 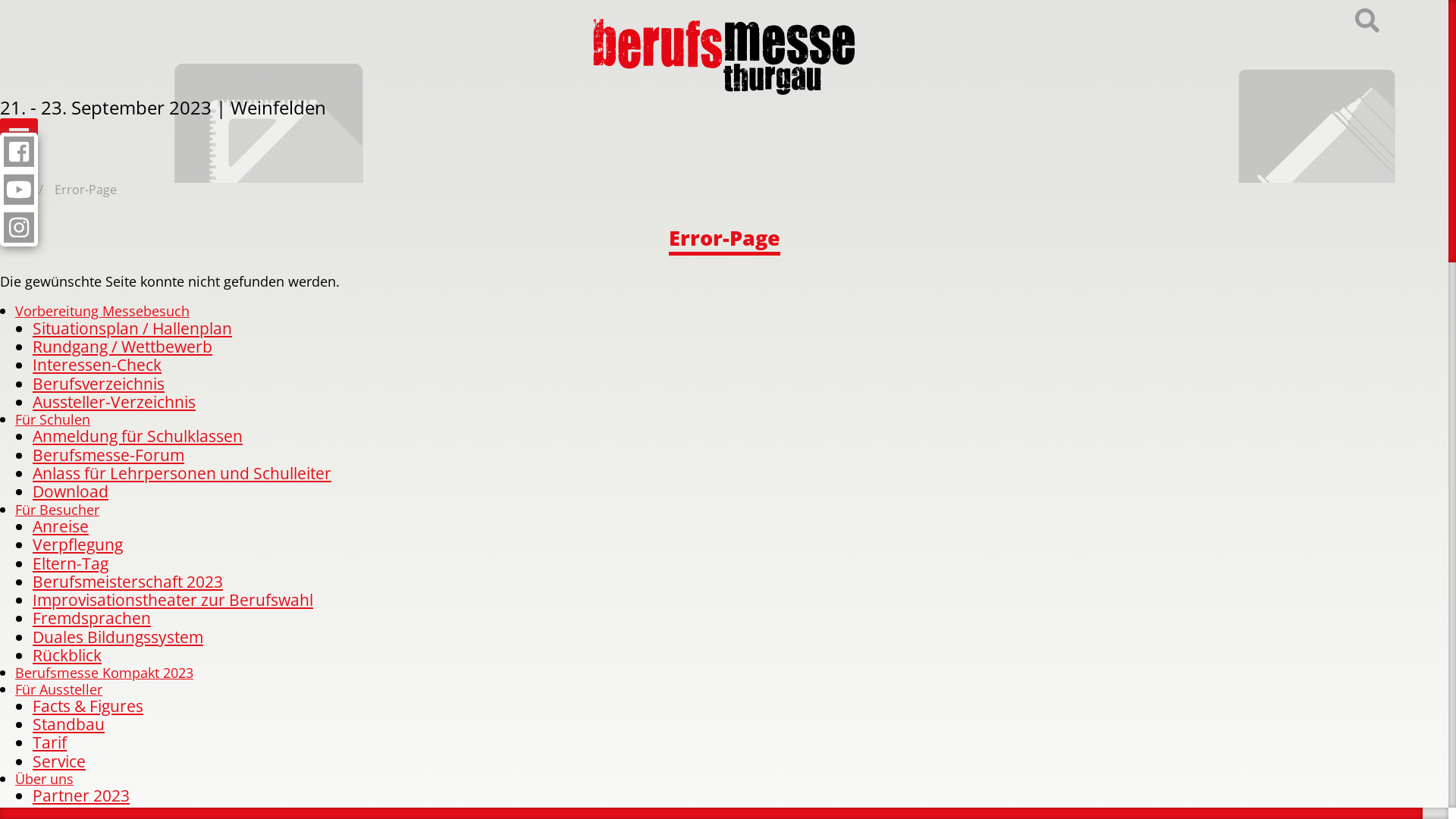 What do you see at coordinates (80, 794) in the screenshot?
I see `'Partner 2023'` at bounding box center [80, 794].